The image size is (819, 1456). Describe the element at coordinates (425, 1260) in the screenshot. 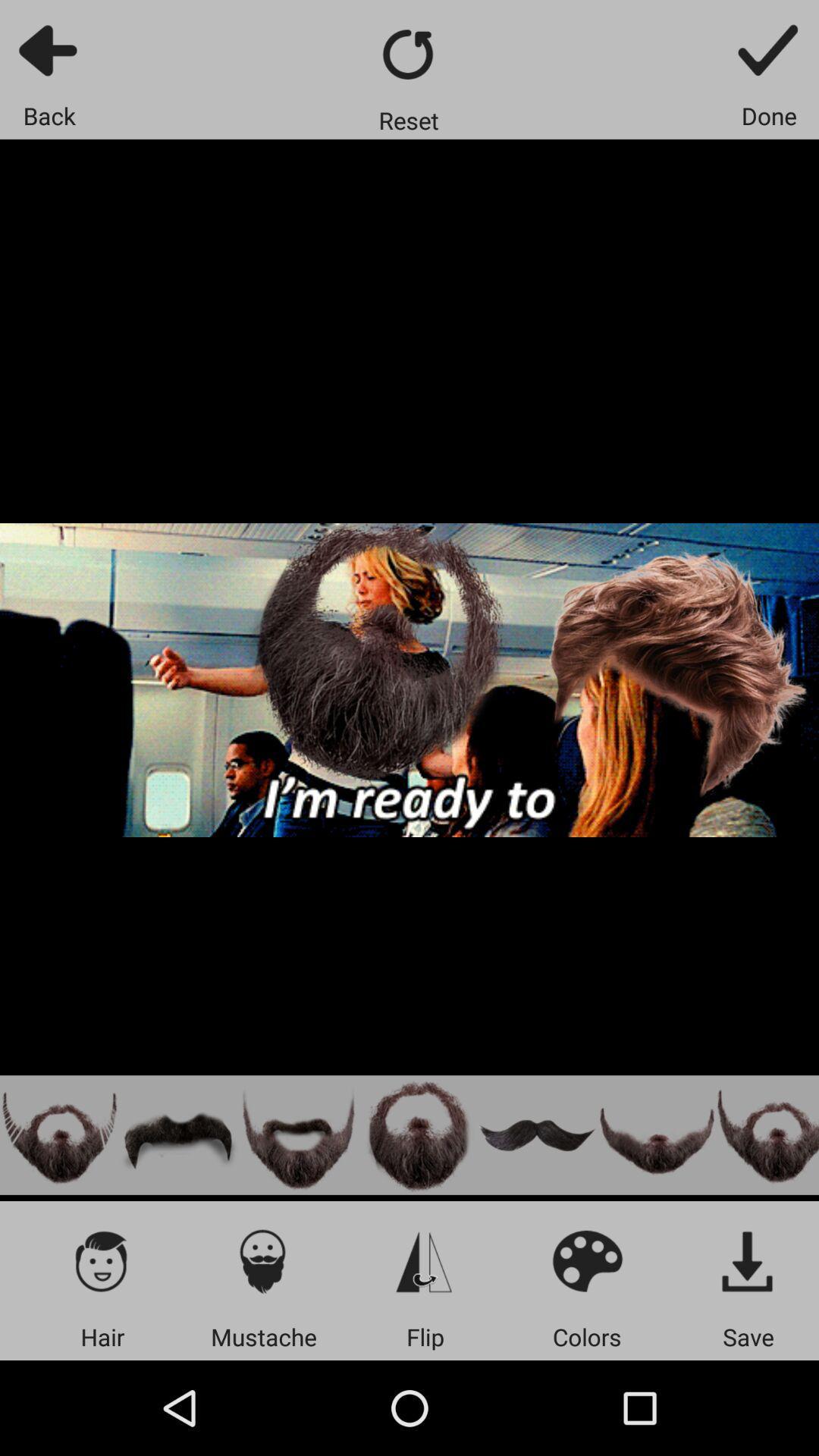

I see `flip picture` at that location.